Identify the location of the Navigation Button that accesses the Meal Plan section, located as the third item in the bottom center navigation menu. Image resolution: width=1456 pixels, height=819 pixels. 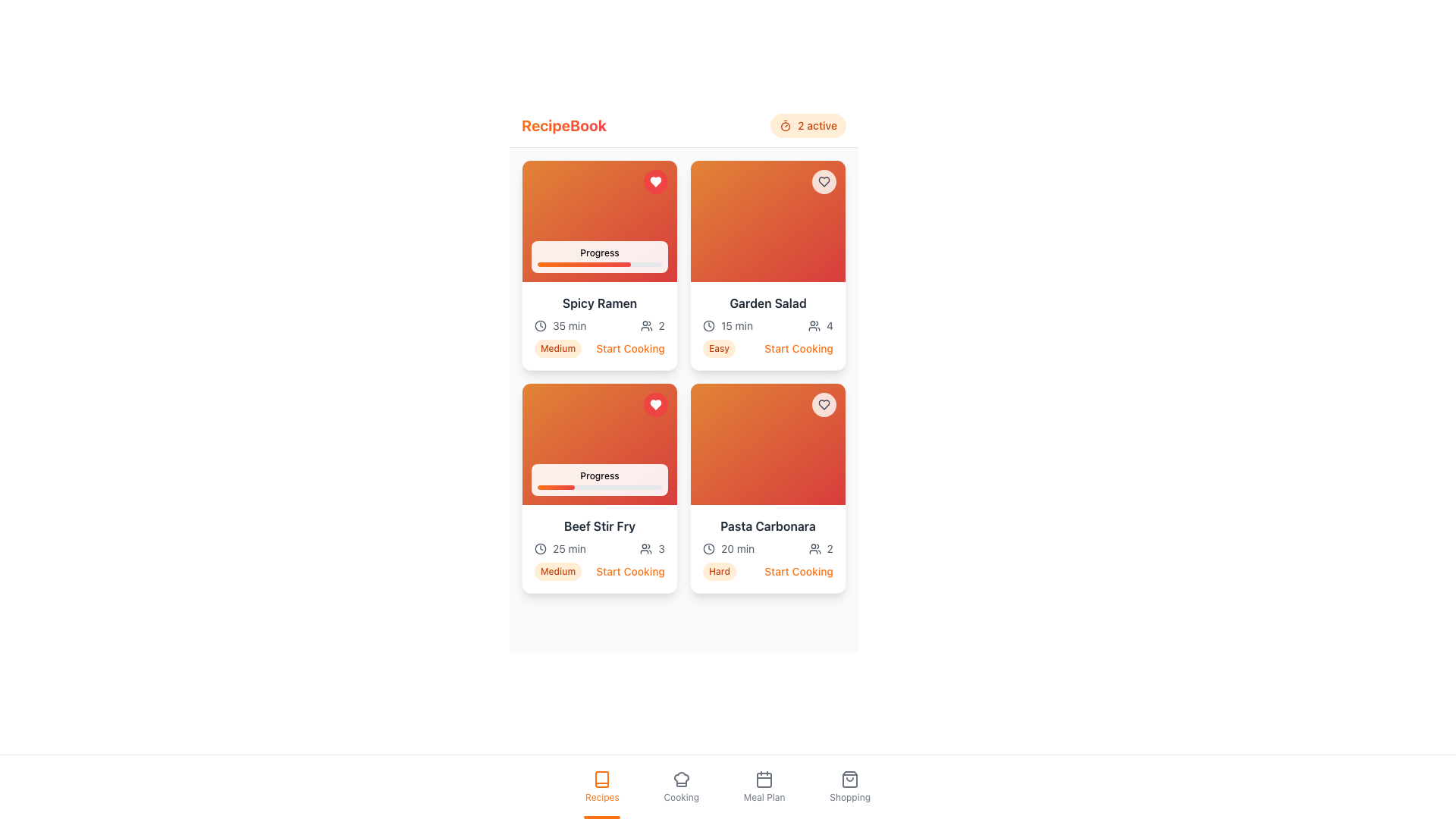
(728, 786).